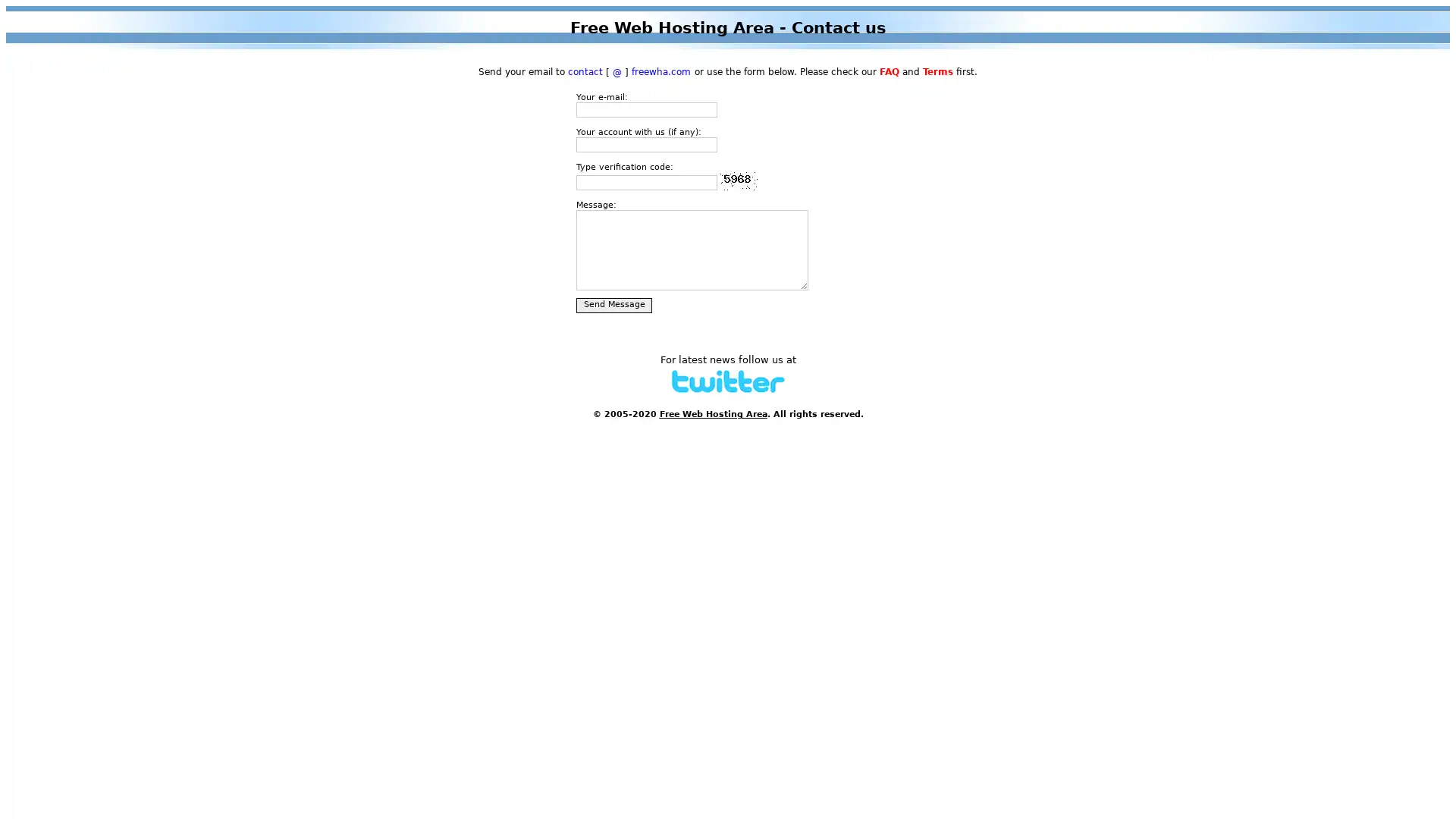  What do you see at coordinates (614, 305) in the screenshot?
I see `Send Message` at bounding box center [614, 305].